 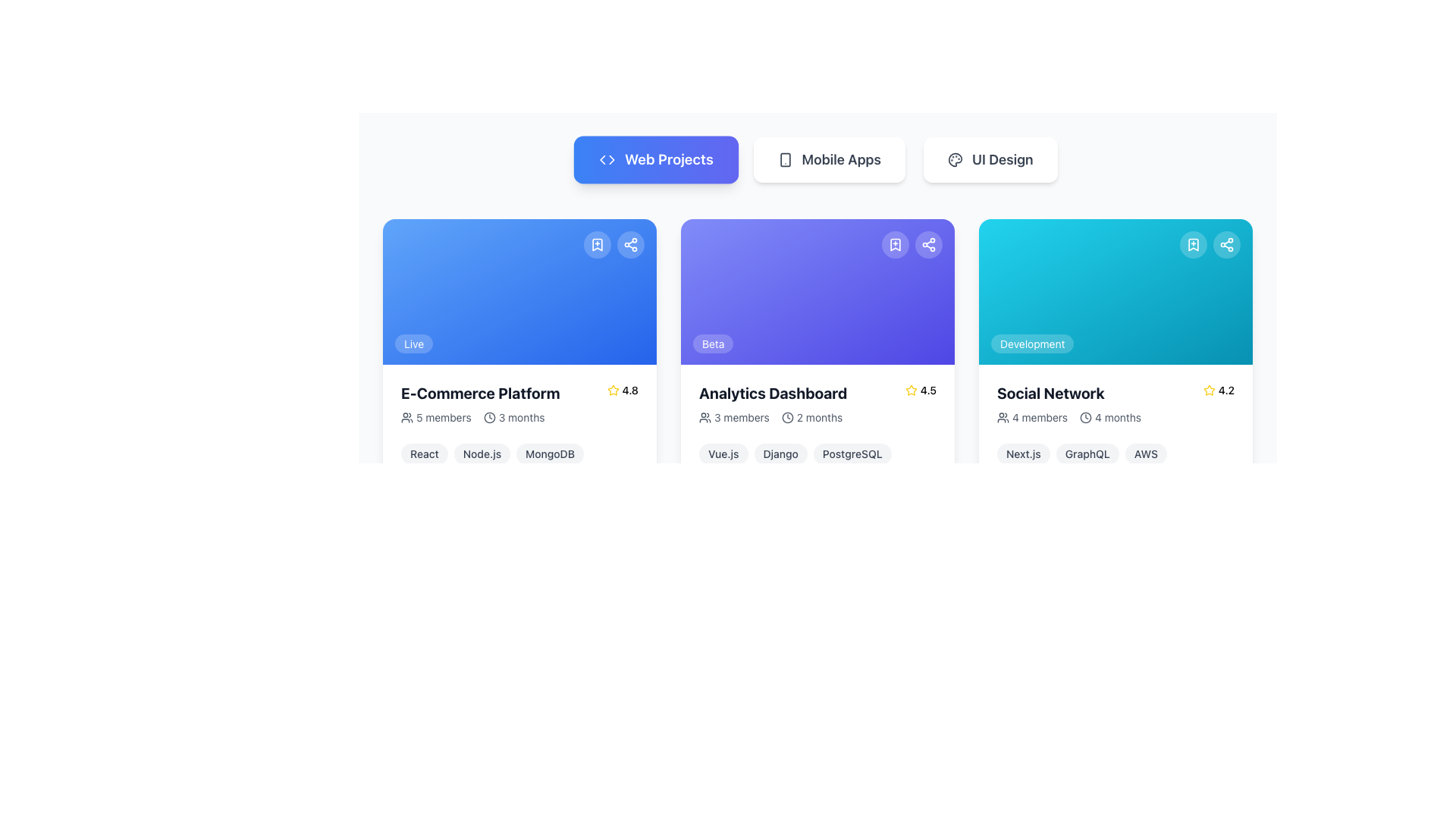 What do you see at coordinates (607, 160) in the screenshot?
I see `SVG Icon representing code or development-related content located to the left of the 'Web Projects' button in the navigation bar` at bounding box center [607, 160].